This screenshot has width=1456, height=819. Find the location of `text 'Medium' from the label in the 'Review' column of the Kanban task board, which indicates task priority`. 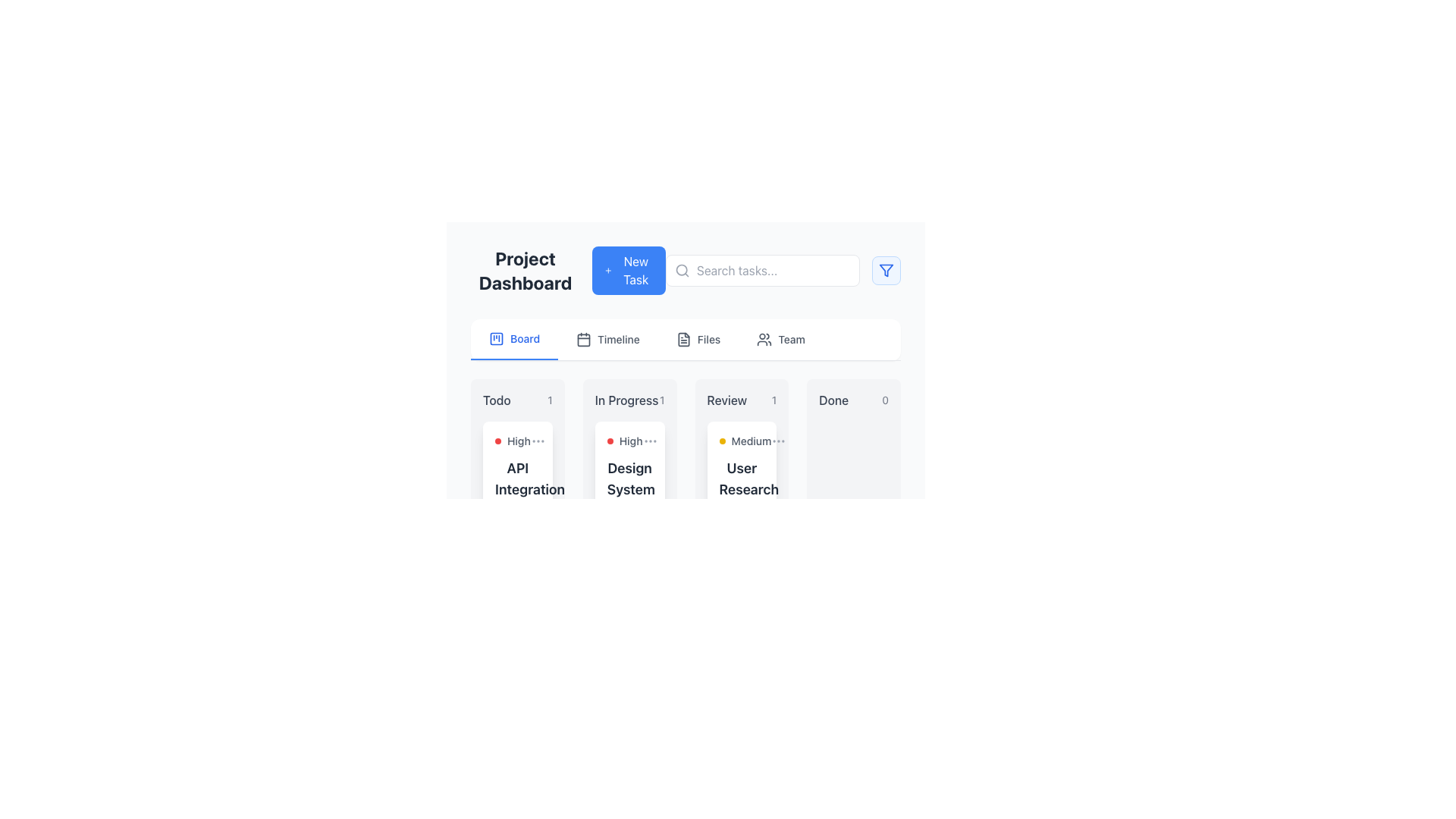

text 'Medium' from the label in the 'Review' column of the Kanban task board, which indicates task priority is located at coordinates (751, 441).